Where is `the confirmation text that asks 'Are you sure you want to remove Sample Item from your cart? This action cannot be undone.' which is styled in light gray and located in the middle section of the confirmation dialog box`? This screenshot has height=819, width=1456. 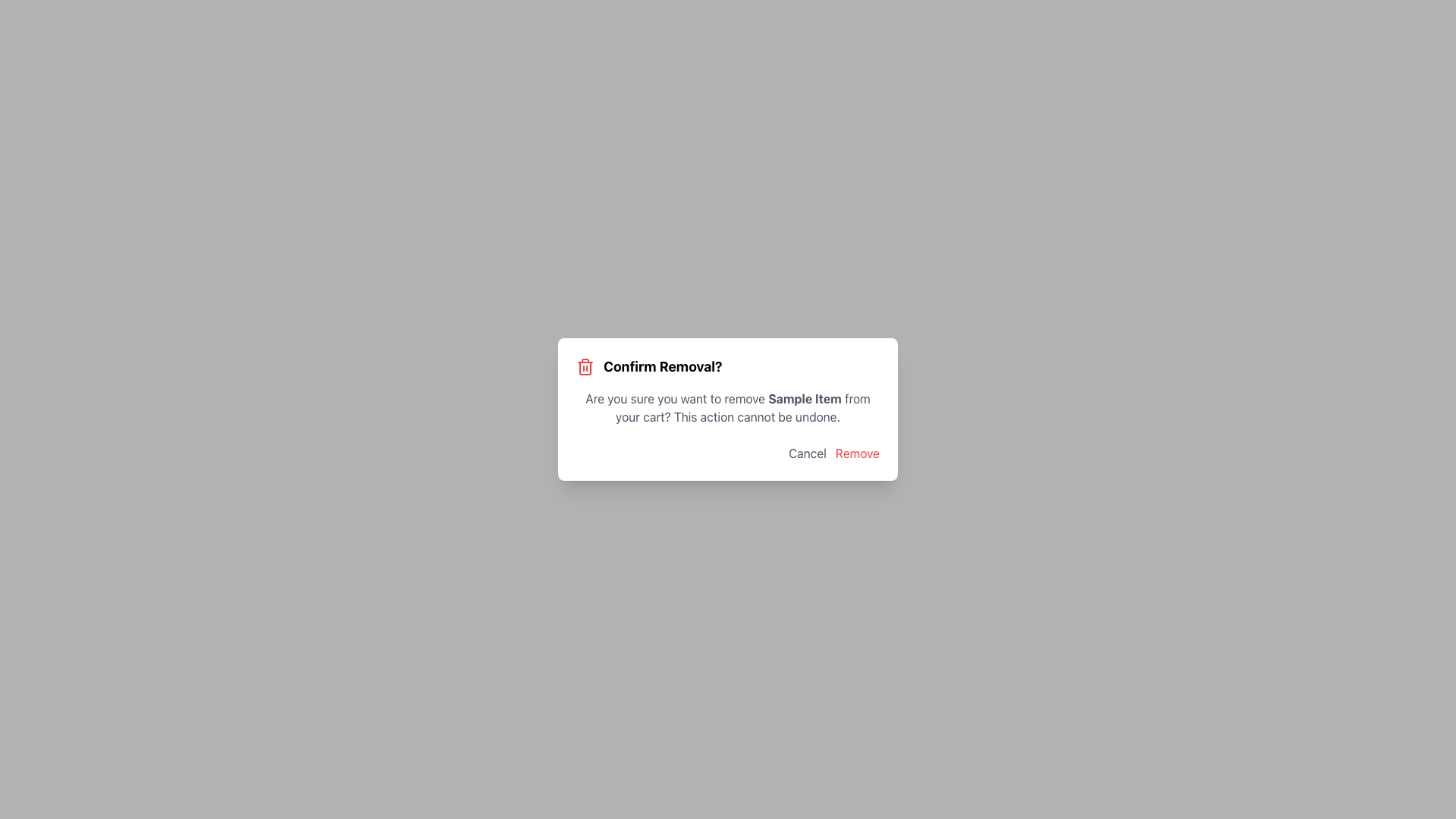
the confirmation text that asks 'Are you sure you want to remove Sample Item from your cart? This action cannot be undone.' which is styled in light gray and located in the middle section of the confirmation dialog box is located at coordinates (728, 406).